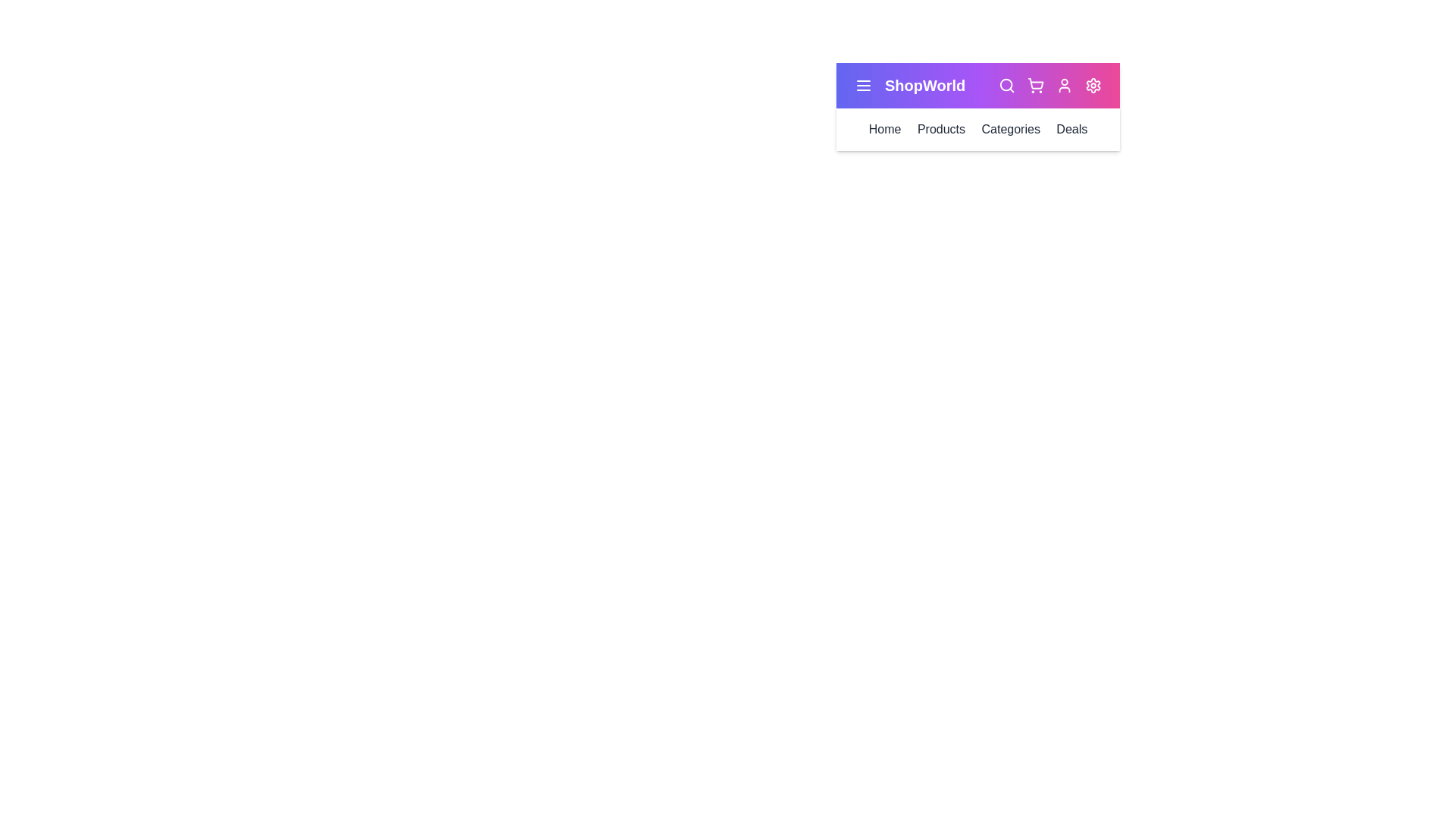  Describe the element at coordinates (863, 85) in the screenshot. I see `the menu icon to toggle the settings menu visibility` at that location.